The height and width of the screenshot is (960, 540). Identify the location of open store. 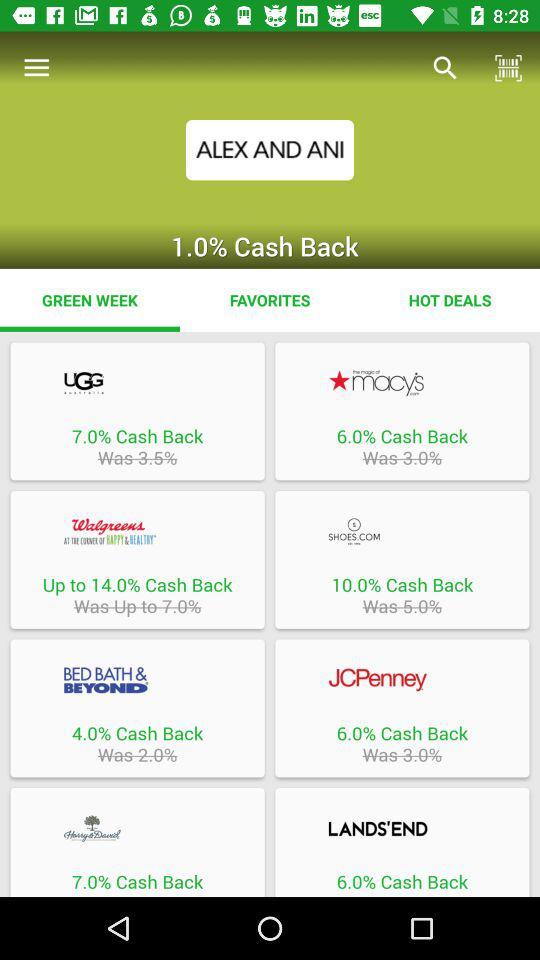
(136, 680).